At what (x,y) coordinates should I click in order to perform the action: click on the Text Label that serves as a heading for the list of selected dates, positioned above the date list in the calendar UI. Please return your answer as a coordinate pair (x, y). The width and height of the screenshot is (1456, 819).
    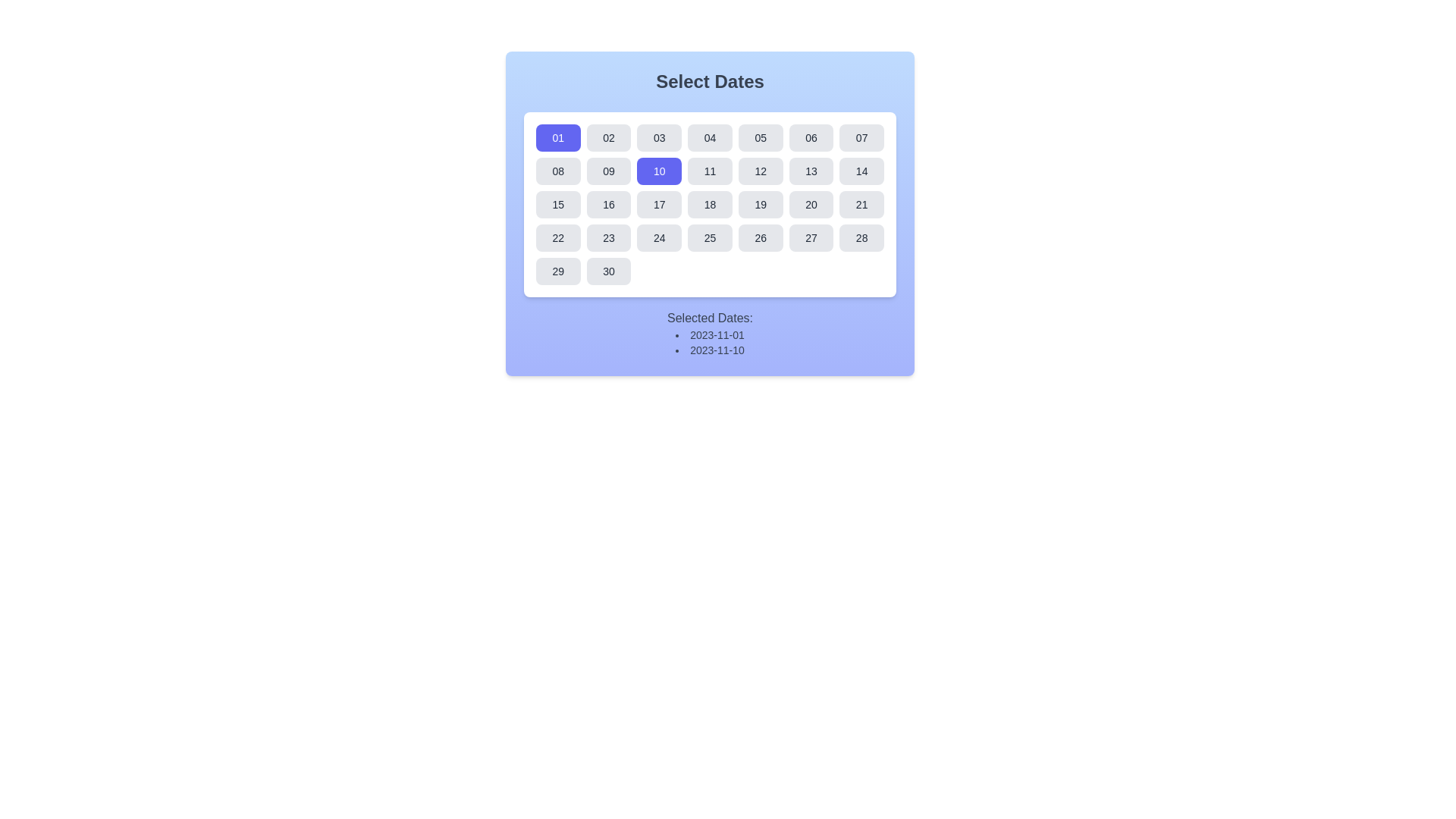
    Looking at the image, I should click on (709, 318).